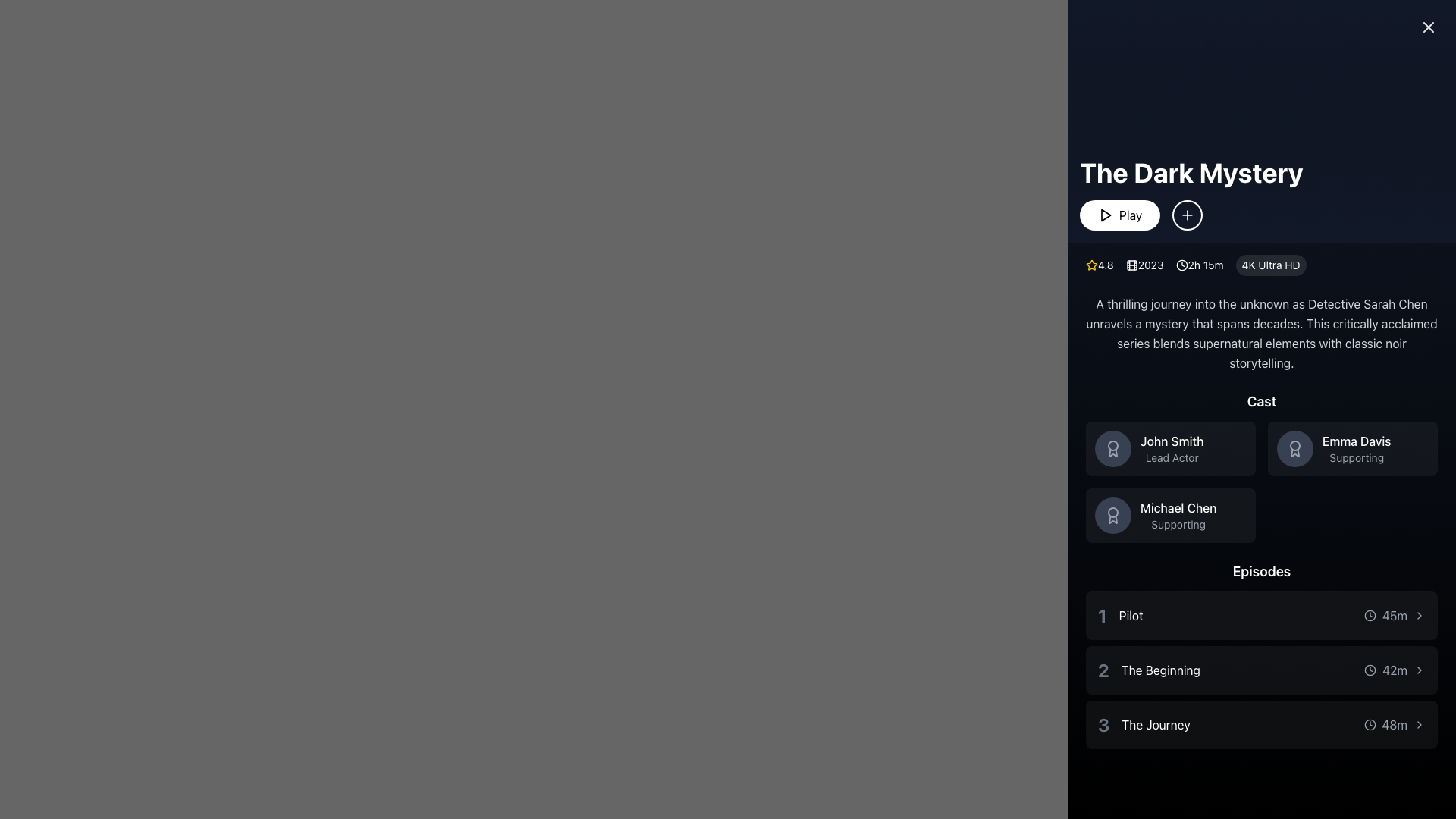 This screenshot has width=1456, height=819. What do you see at coordinates (1100, 265) in the screenshot?
I see `the Rating display with text and icon that shows a rating of '4.8', located to the left of the metadata section and accompanied by a star icon` at bounding box center [1100, 265].